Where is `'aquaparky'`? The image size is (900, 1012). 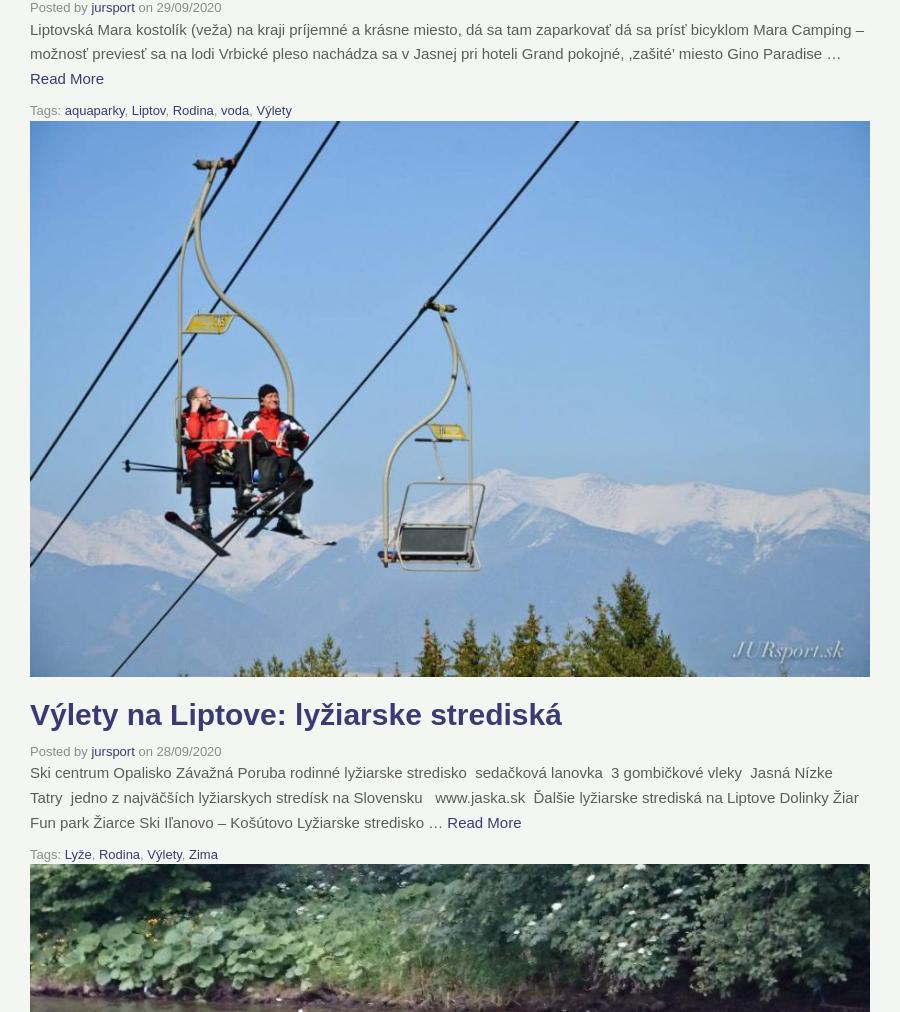 'aquaparky' is located at coordinates (92, 108).